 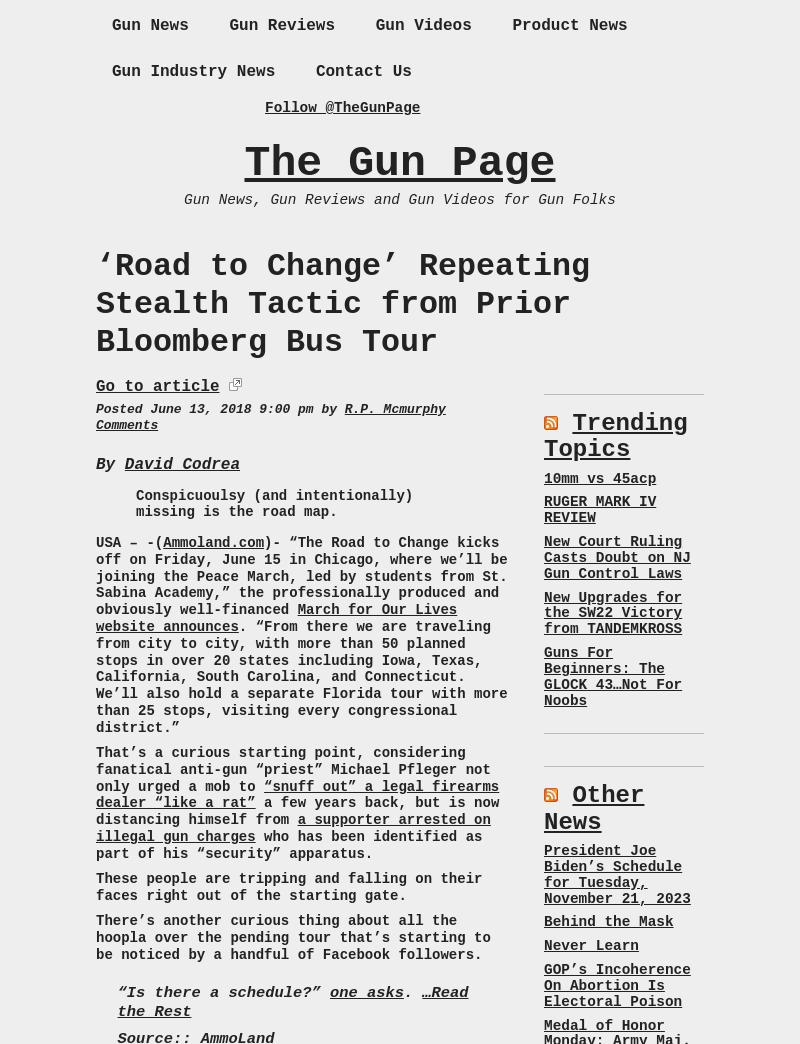 I want to click on 'Product News', so click(x=568, y=23).